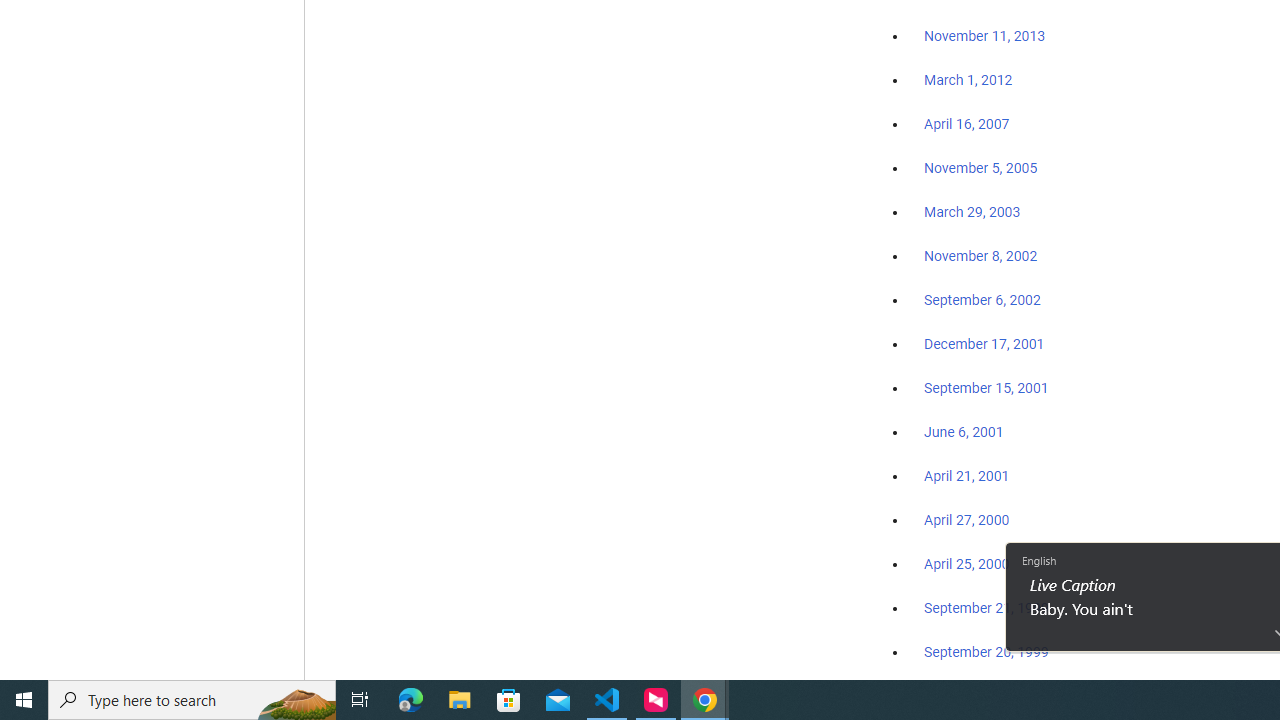 This screenshot has height=720, width=1280. What do you see at coordinates (606, 698) in the screenshot?
I see `'Visual Studio Code - 1 running window'` at bounding box center [606, 698].